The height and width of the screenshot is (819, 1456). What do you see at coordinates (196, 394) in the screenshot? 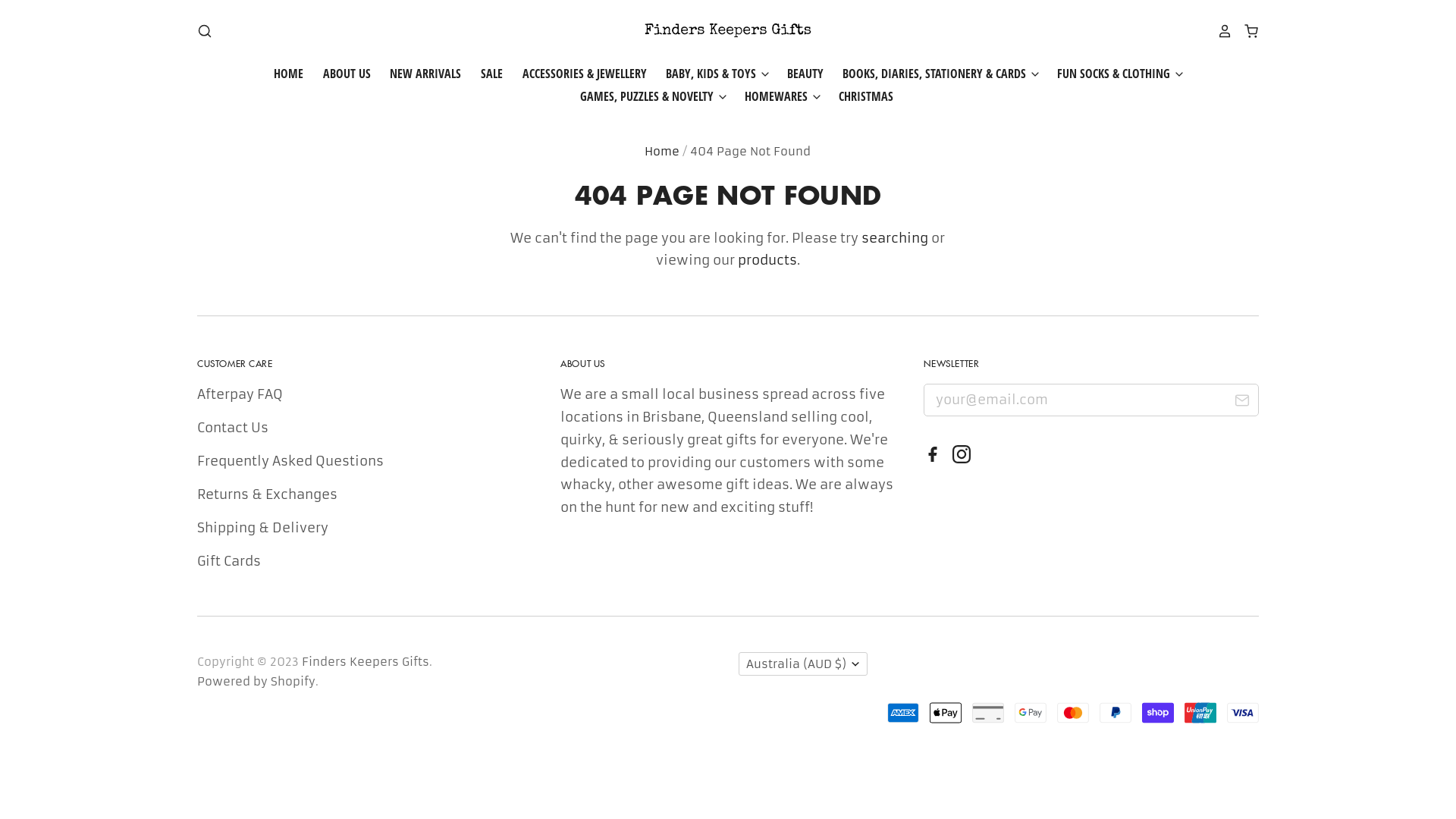
I see `'Afterpay FAQ'` at bounding box center [196, 394].